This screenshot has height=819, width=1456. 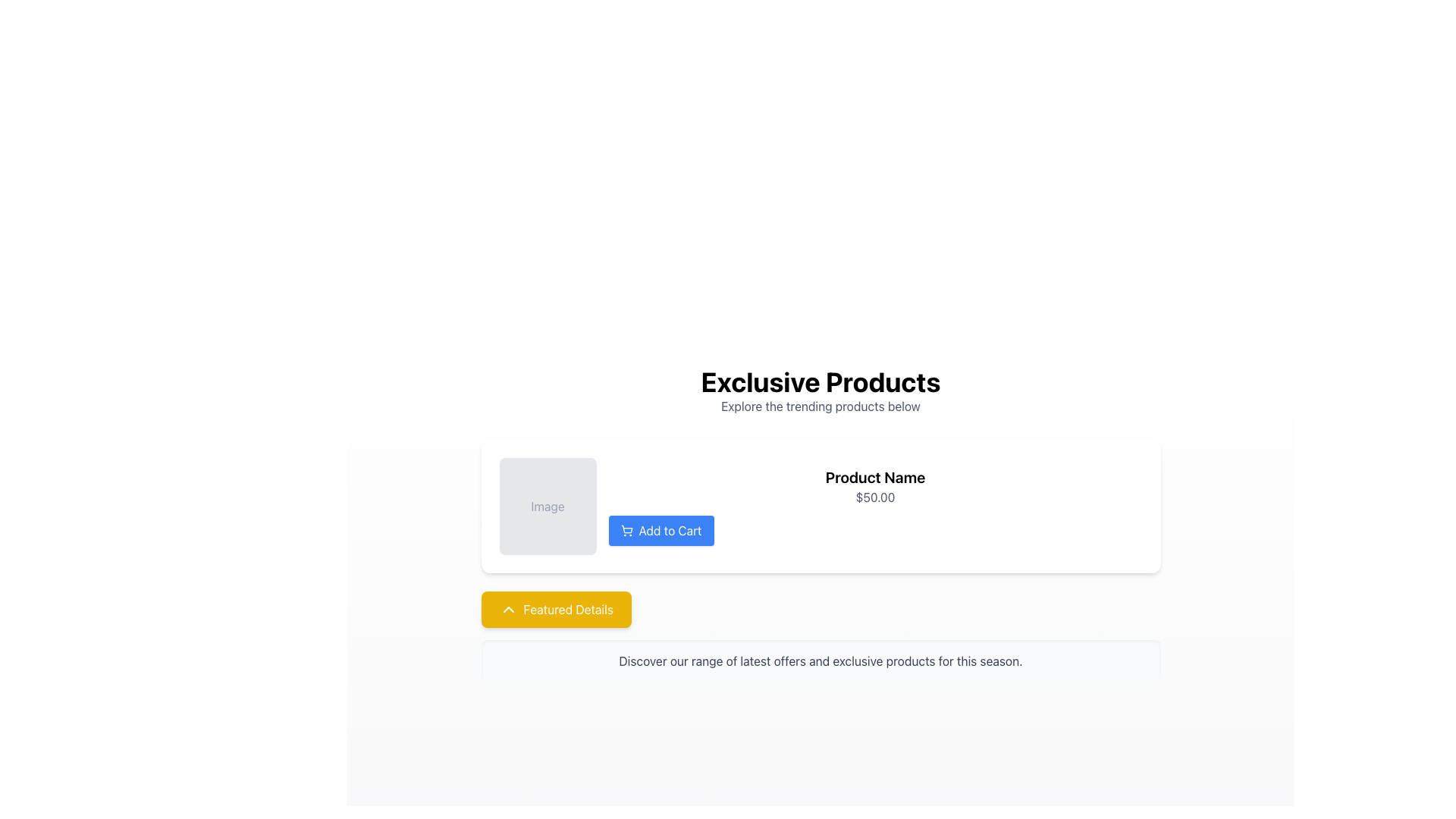 I want to click on the text label of the 'Add to Cart' button, which is positioned to the right of the button's icon and serves to indicate the button's purpose, so click(x=669, y=529).